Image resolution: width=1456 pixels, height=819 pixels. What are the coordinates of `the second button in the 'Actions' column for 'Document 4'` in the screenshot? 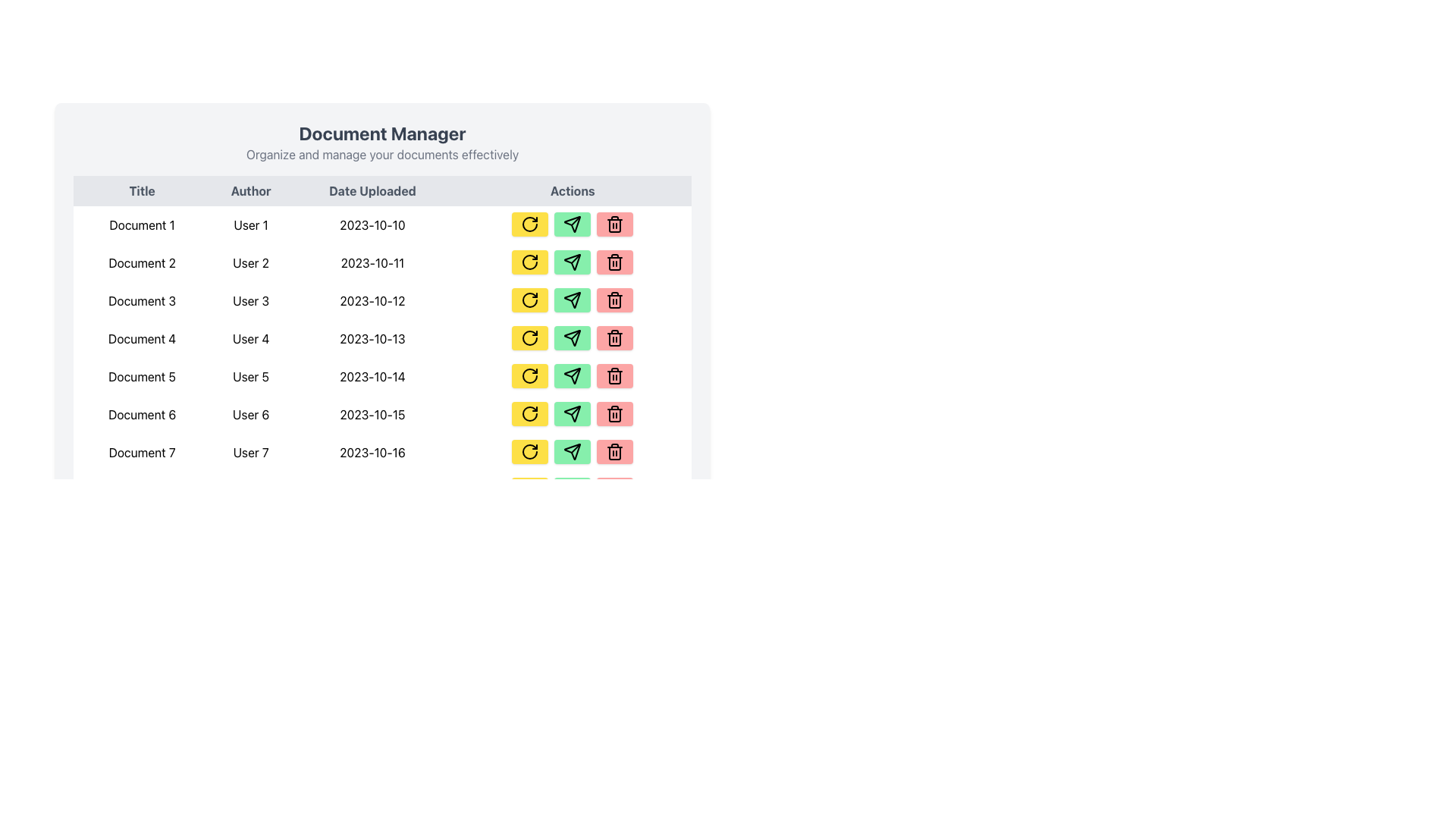 It's located at (572, 338).